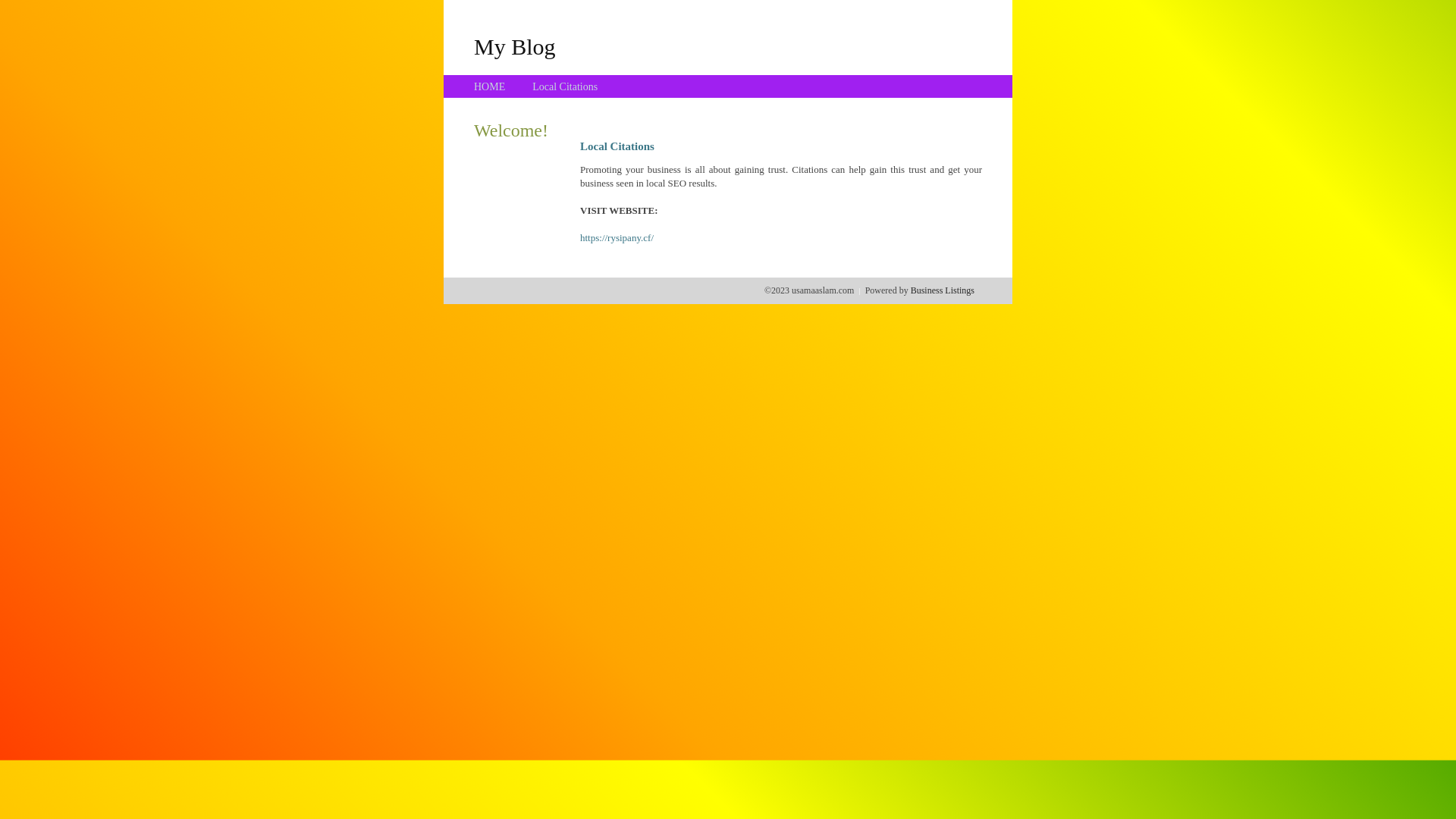 Image resolution: width=1456 pixels, height=819 pixels. What do you see at coordinates (489, 86) in the screenshot?
I see `'HOME'` at bounding box center [489, 86].